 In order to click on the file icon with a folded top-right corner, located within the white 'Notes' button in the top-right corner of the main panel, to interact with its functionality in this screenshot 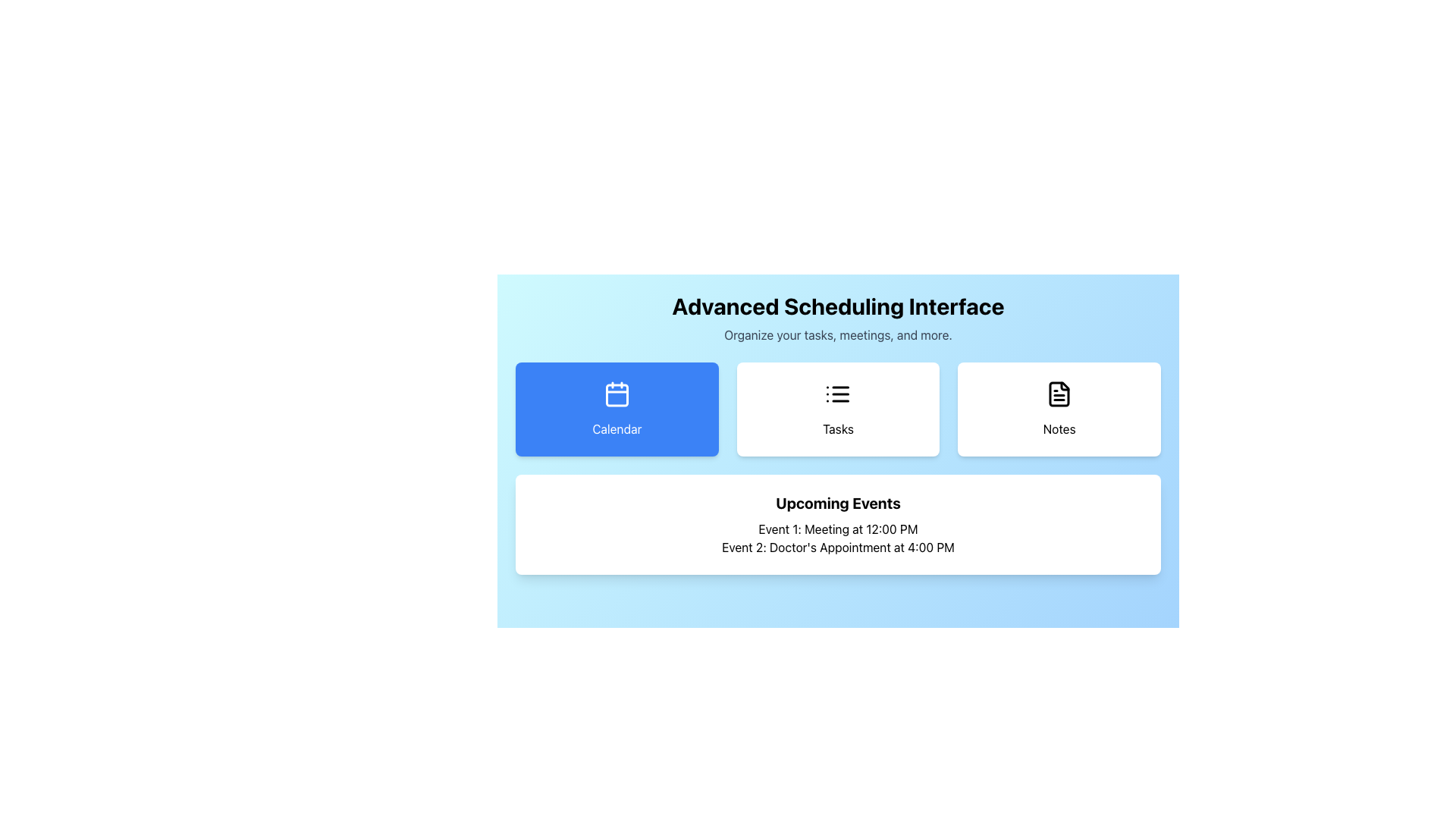, I will do `click(1059, 394)`.